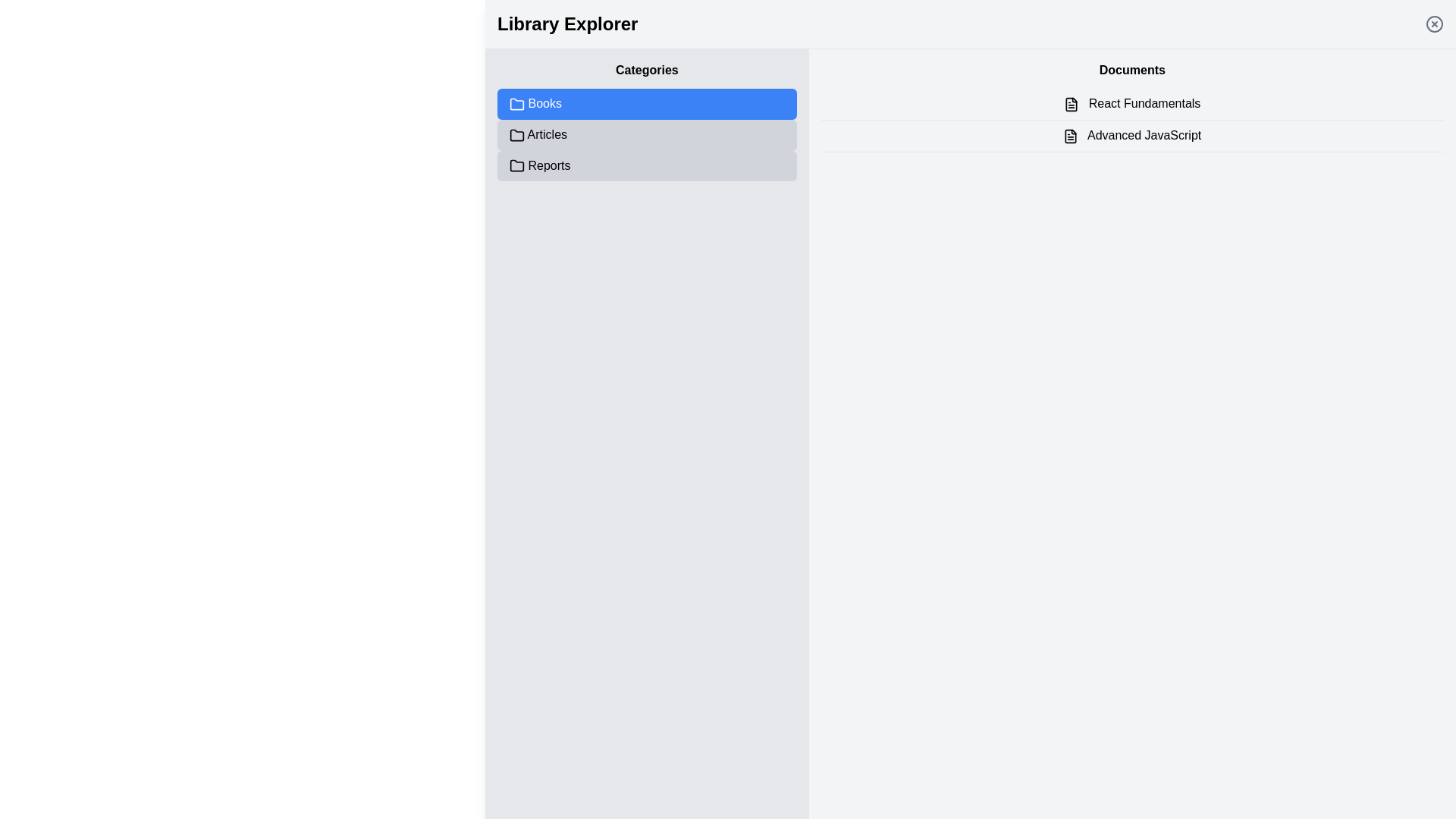 The image size is (1456, 819). I want to click on the 'Books' category button in the 'Categories' section of the 'Library Explorer' interface for navigation, so click(647, 103).